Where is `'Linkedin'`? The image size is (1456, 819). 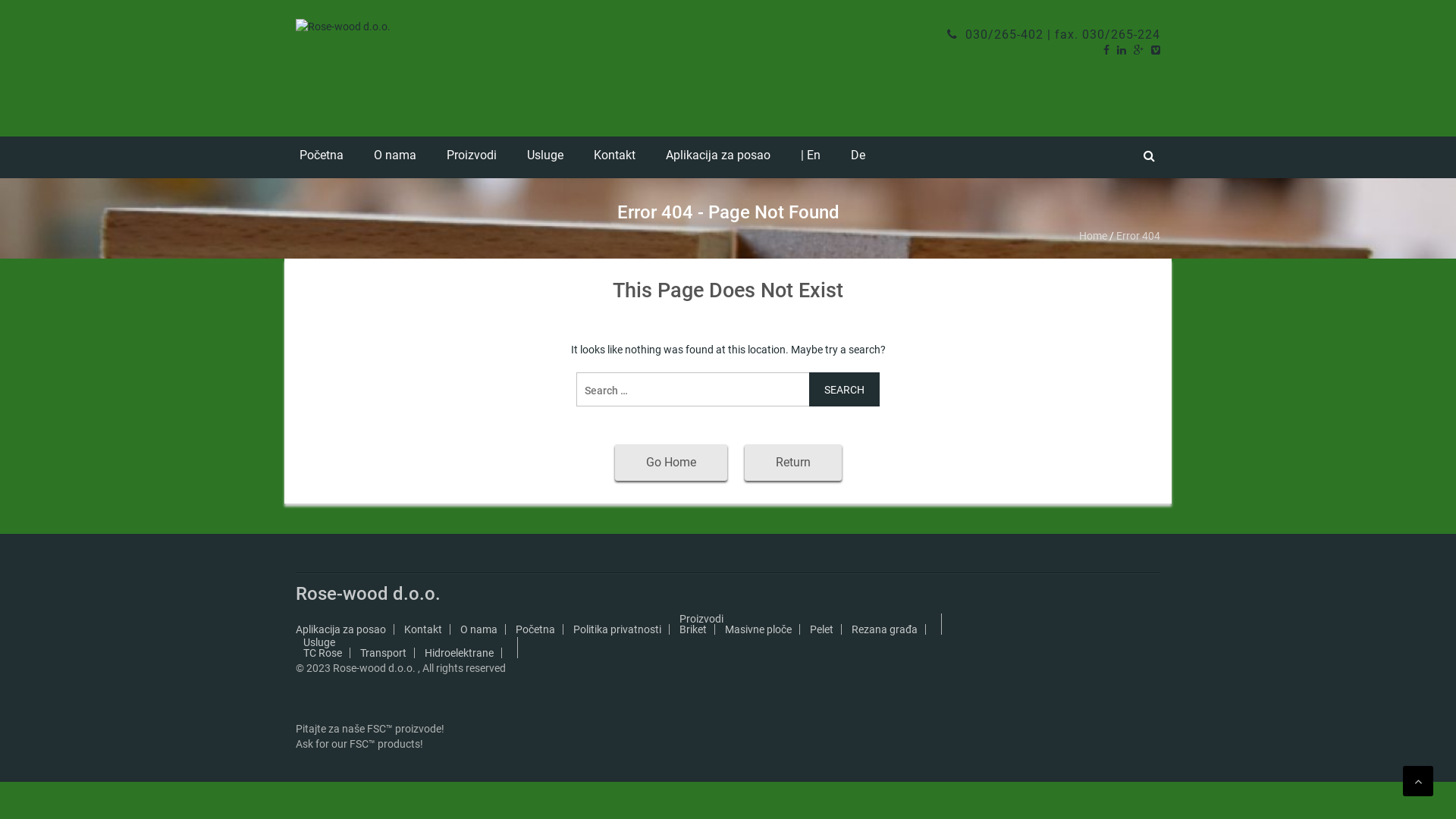 'Linkedin' is located at coordinates (1121, 49).